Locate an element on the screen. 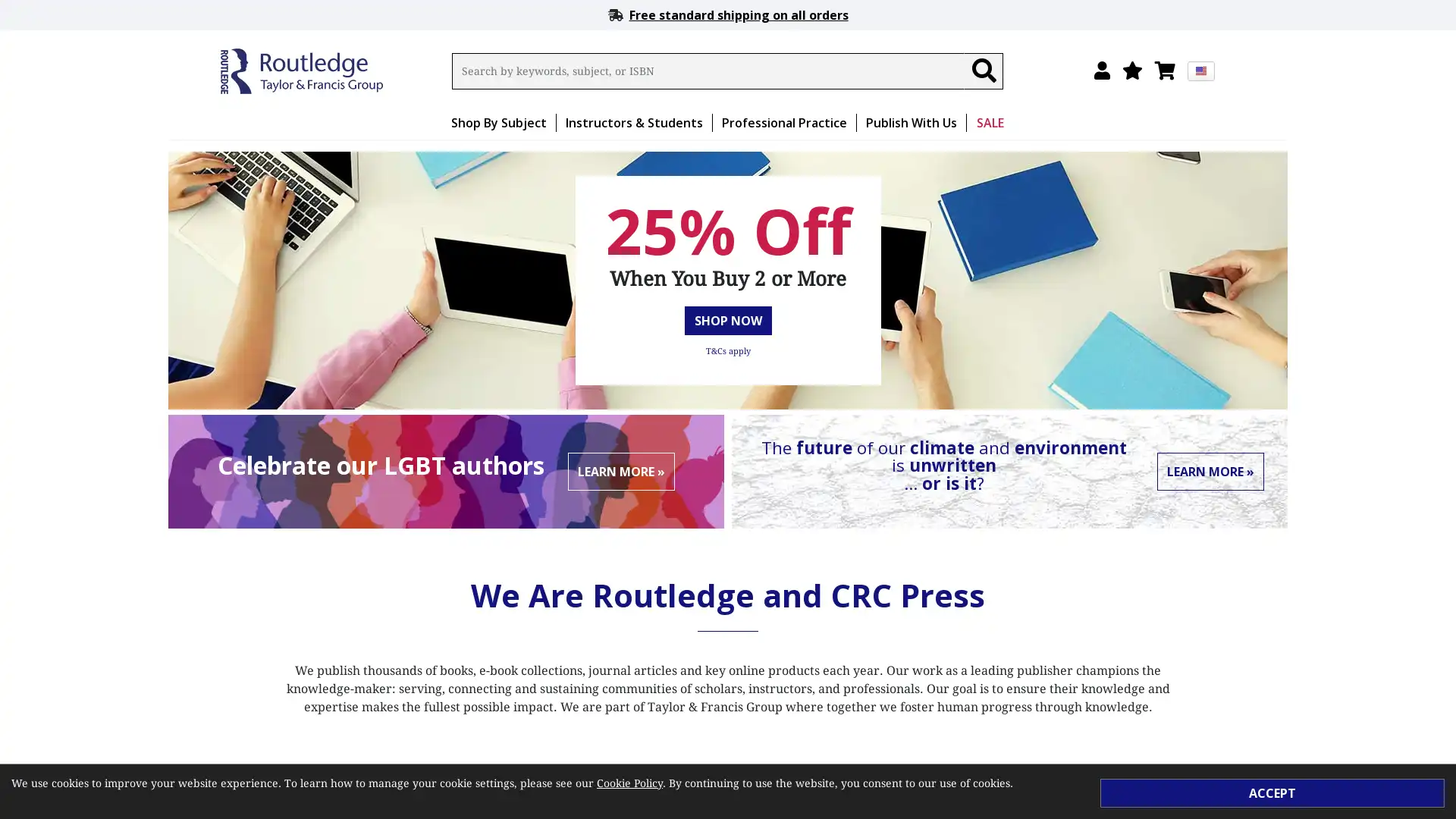  Search is located at coordinates (983, 71).